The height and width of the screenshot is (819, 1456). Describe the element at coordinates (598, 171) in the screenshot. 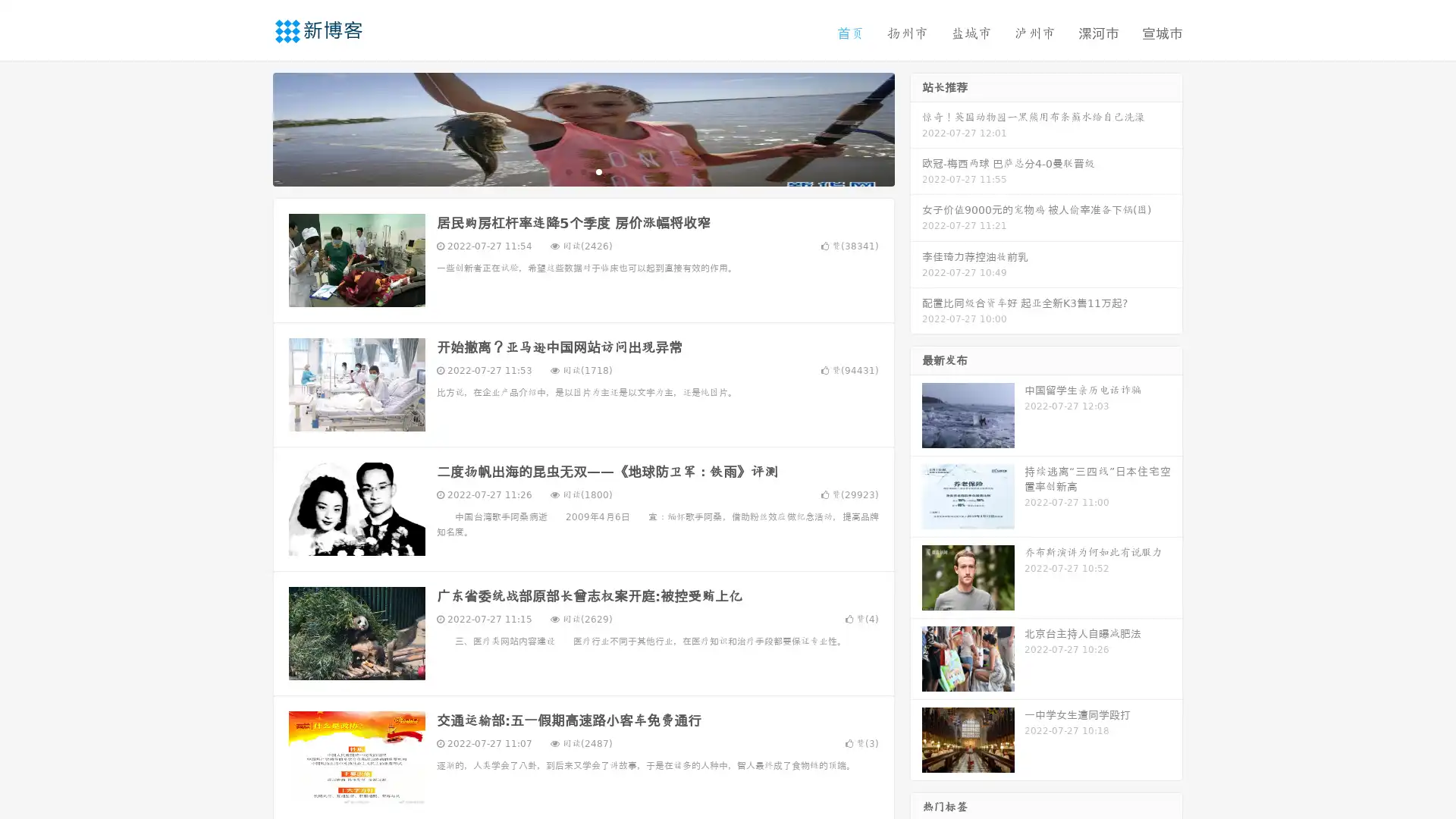

I see `Go to slide 3` at that location.